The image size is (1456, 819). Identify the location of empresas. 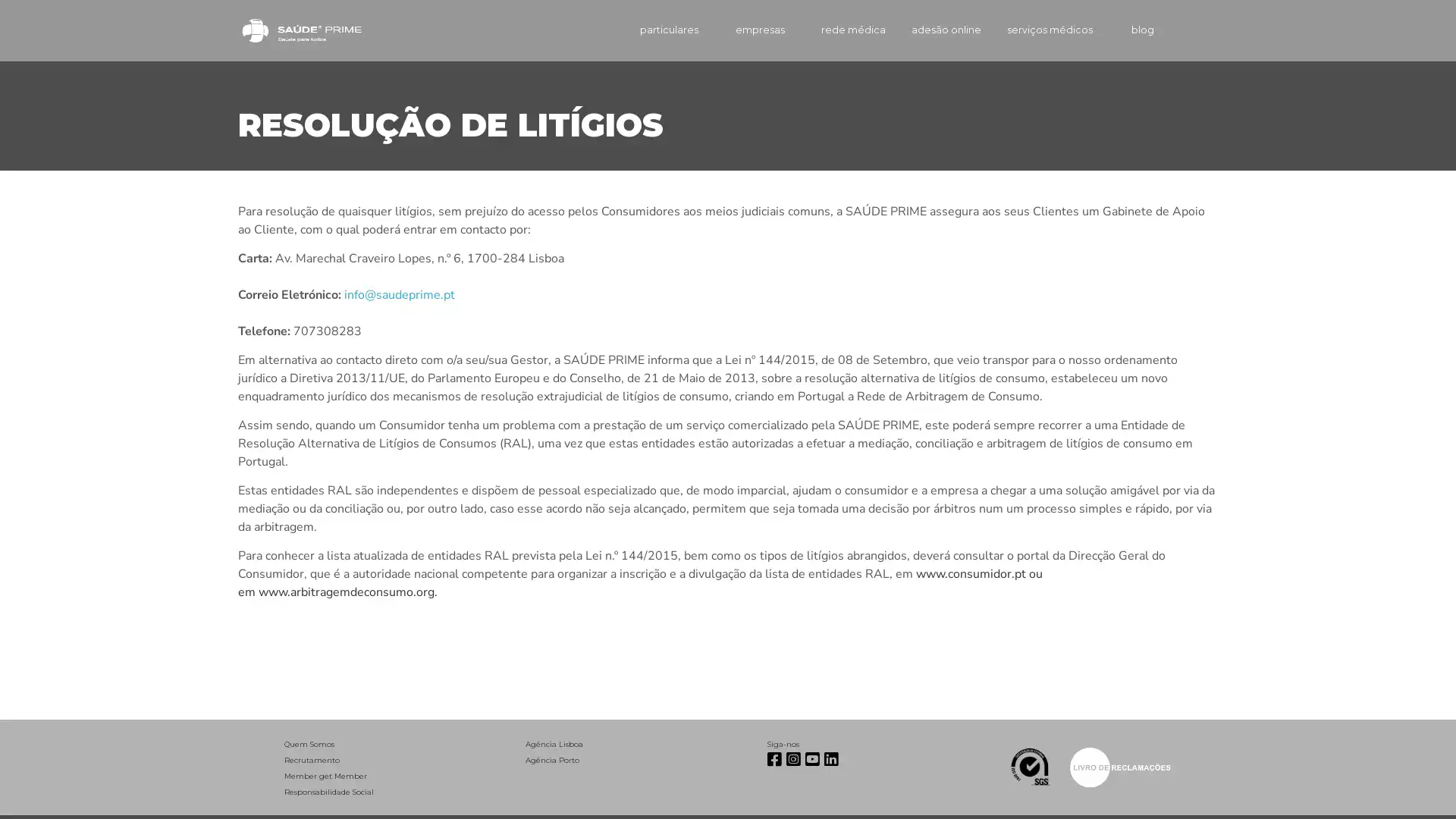
(739, 30).